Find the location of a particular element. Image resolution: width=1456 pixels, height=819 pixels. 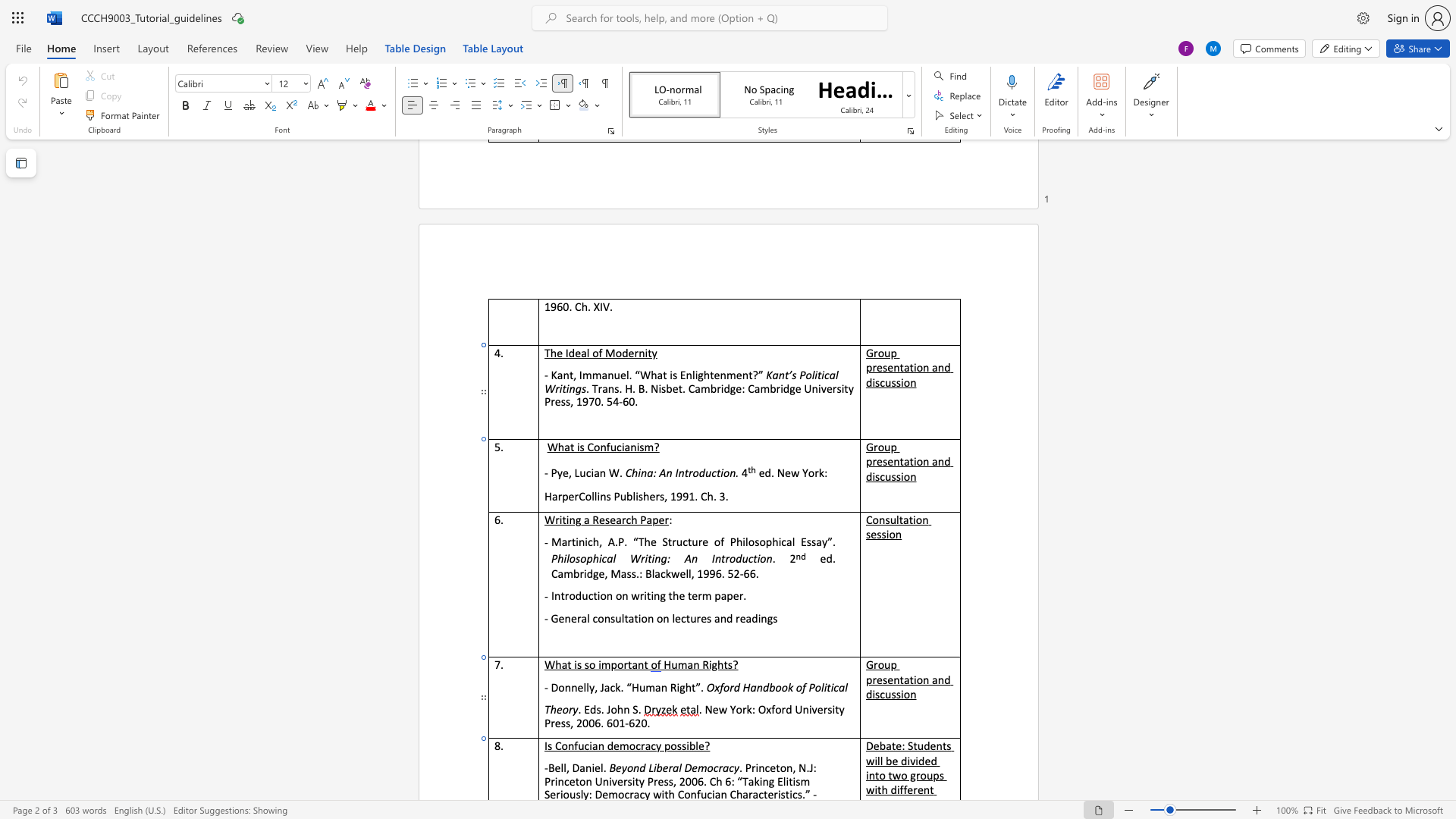

the 1th character "h" in the text is located at coordinates (595, 541).